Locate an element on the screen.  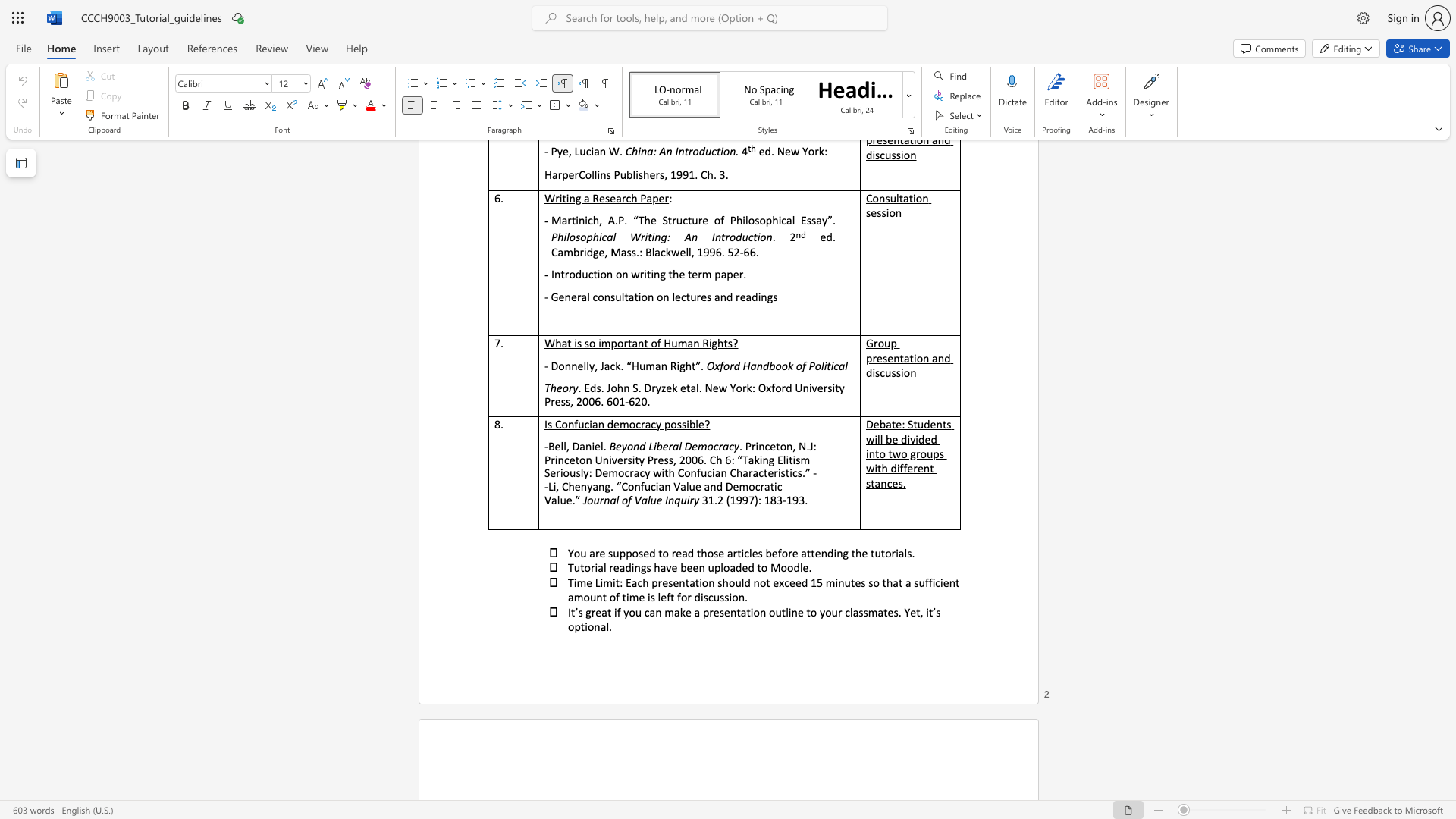
the subset text "cy" within the text "Beyond Liberal Democracy" is located at coordinates (729, 445).